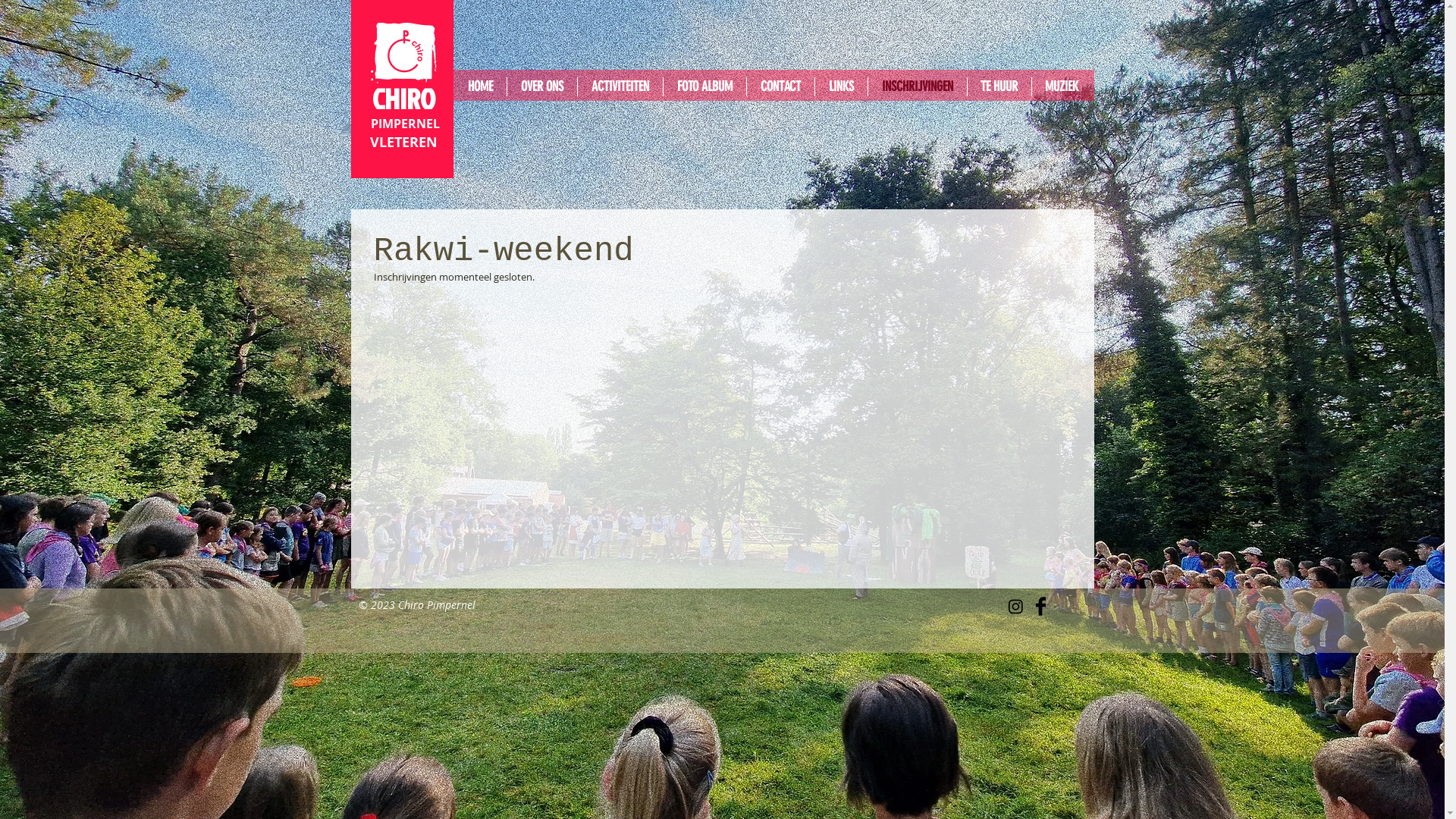 This screenshot has height=819, width=1456. What do you see at coordinates (479, 86) in the screenshot?
I see `'HOME'` at bounding box center [479, 86].